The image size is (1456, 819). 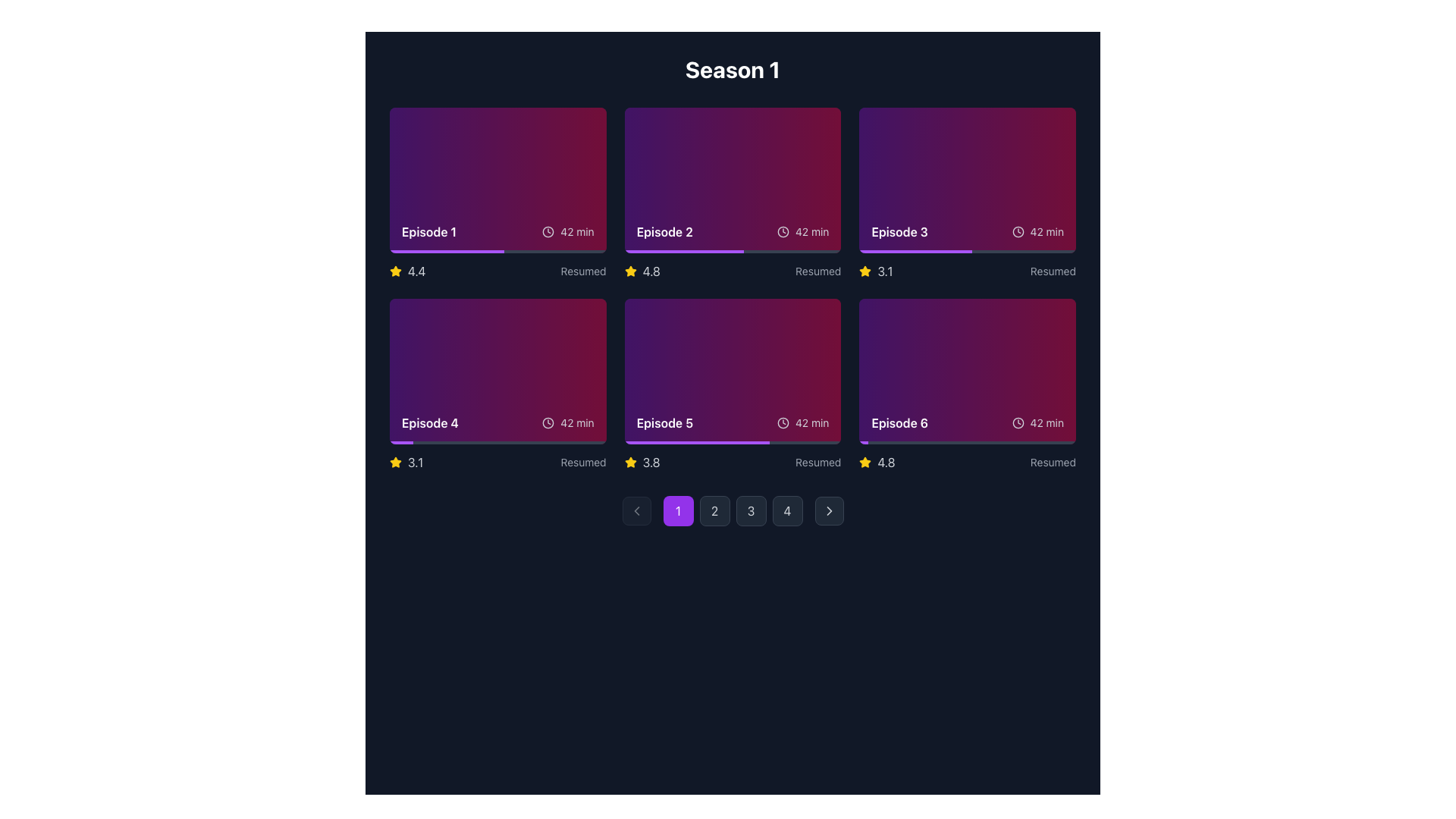 What do you see at coordinates (548, 423) in the screenshot?
I see `the circular SVG graphic that represents a clock icon, located to the right of the episode title in the description region of 'Episode 4' in the episode grid` at bounding box center [548, 423].